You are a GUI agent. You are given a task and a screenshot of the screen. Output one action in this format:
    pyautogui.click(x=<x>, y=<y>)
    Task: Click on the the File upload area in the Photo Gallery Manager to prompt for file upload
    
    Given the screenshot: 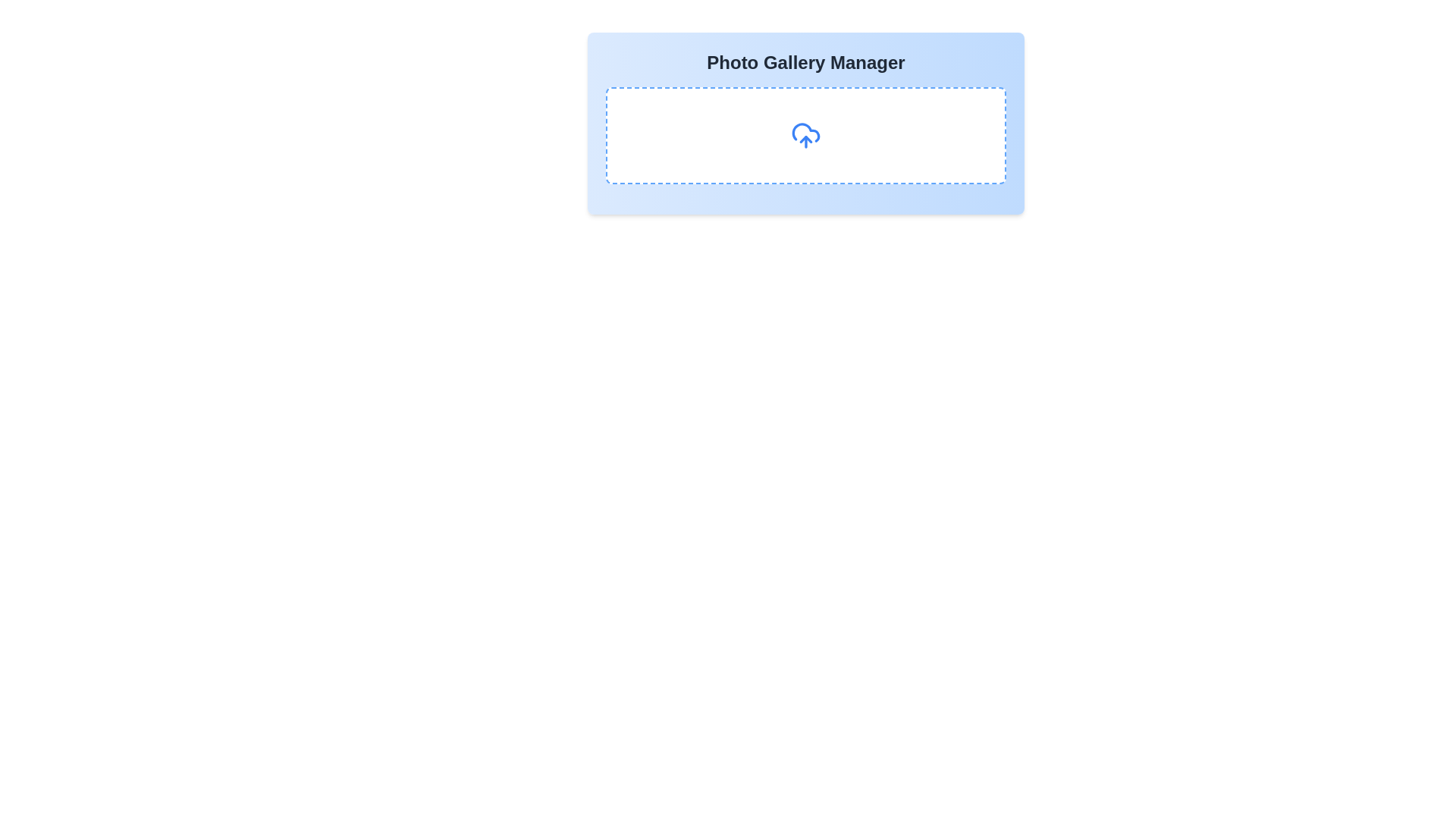 What is the action you would take?
    pyautogui.click(x=805, y=134)
    